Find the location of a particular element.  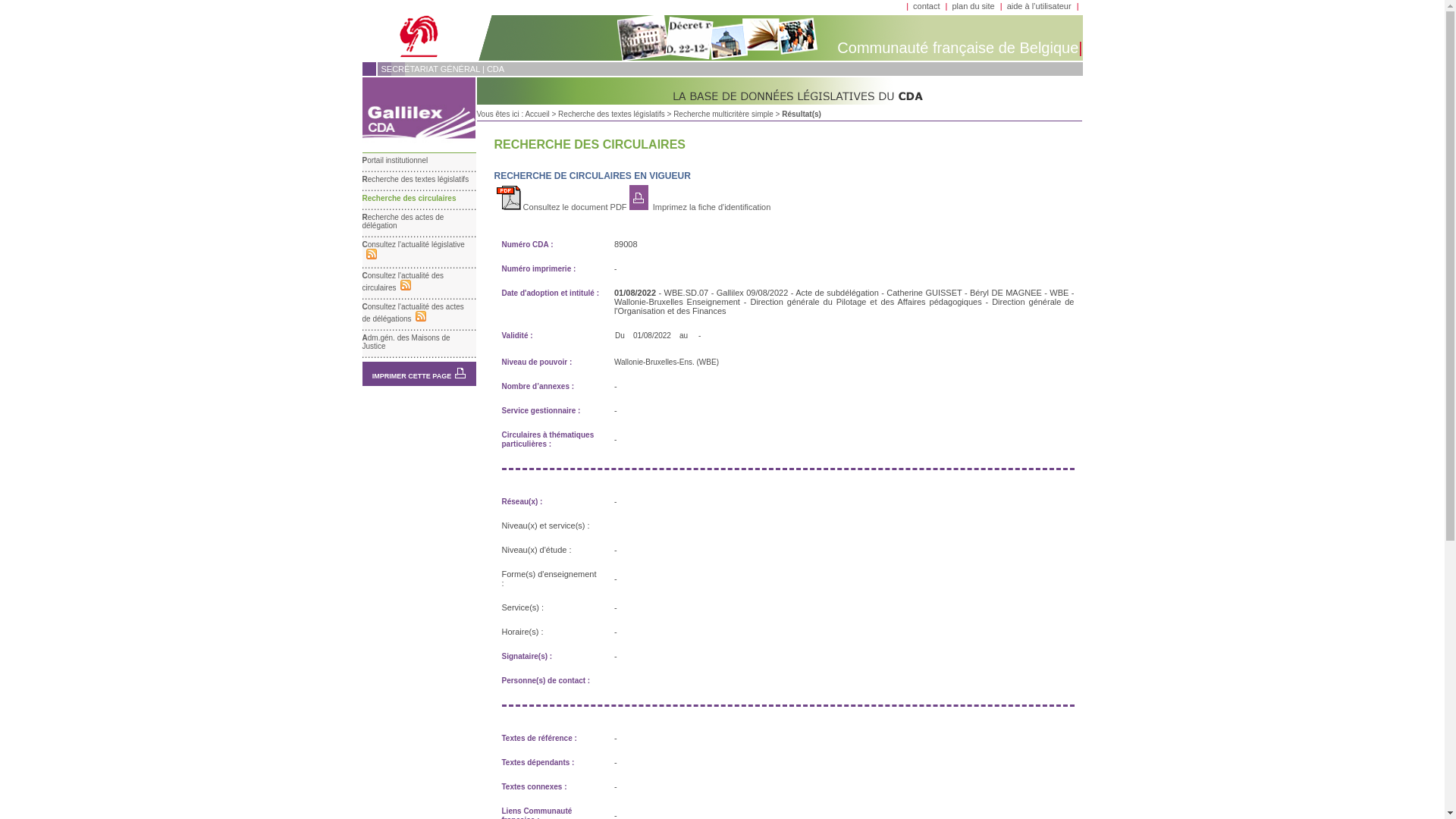

'Imprimer' is located at coordinates (459, 373).